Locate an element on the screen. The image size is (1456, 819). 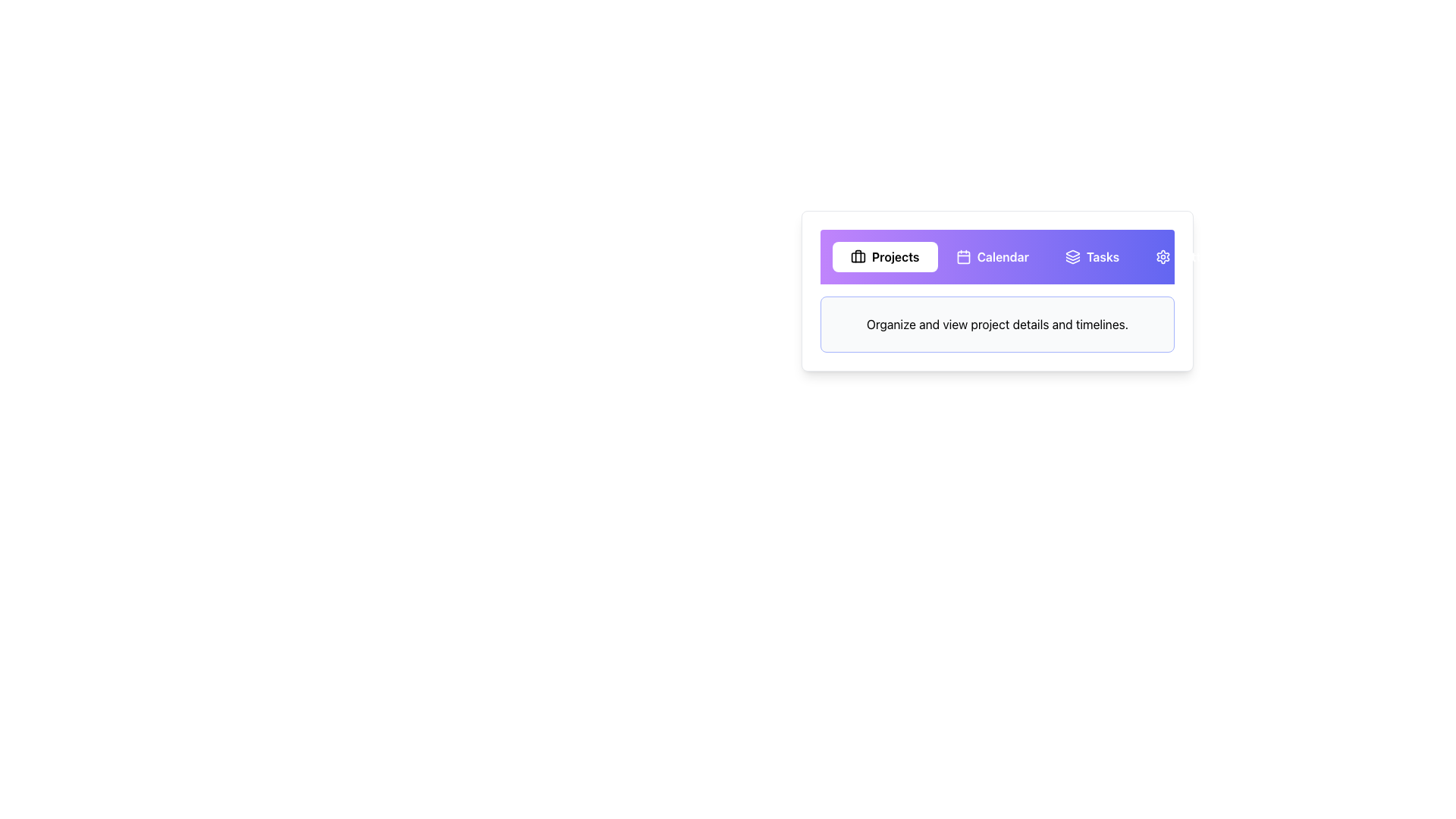
the gear icon located on the far-right of the horizontal navigation bar, which represents settings or configuration options is located at coordinates (1163, 256).